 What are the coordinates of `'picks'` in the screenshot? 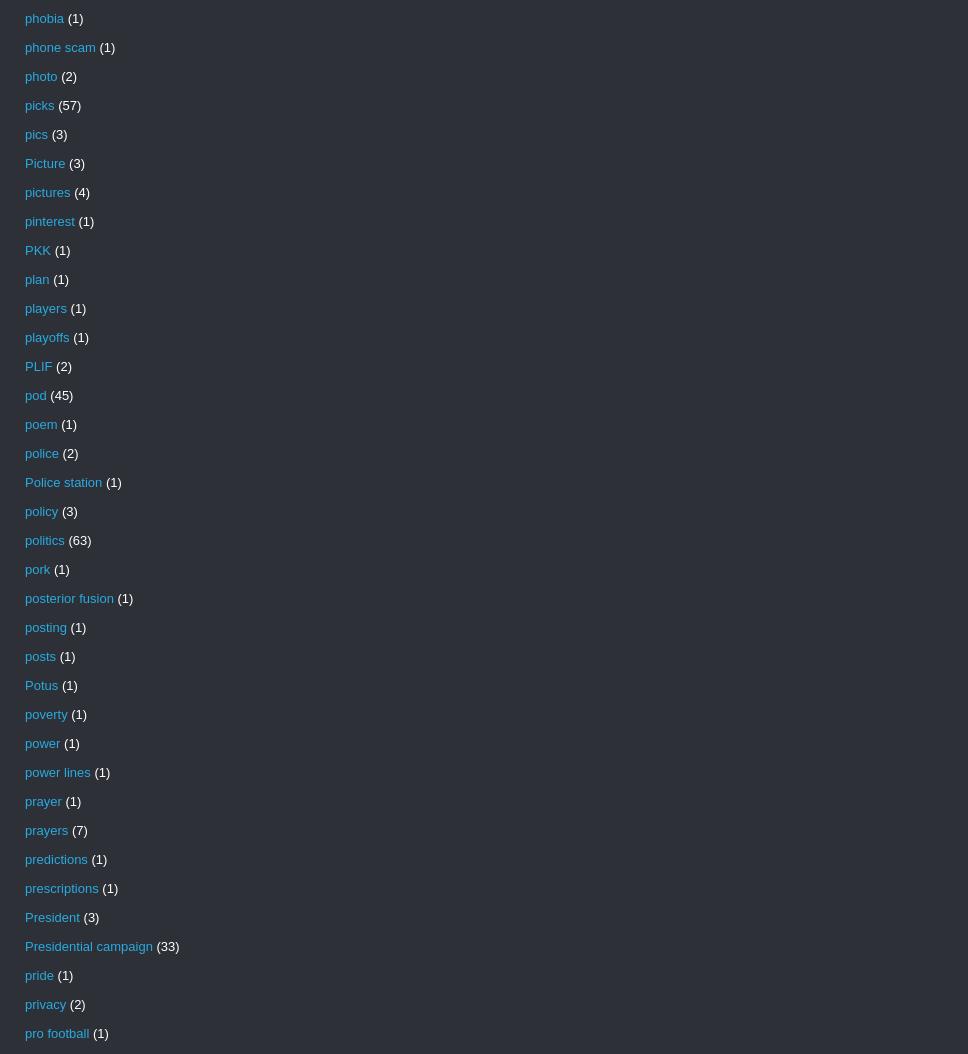 It's located at (39, 104).